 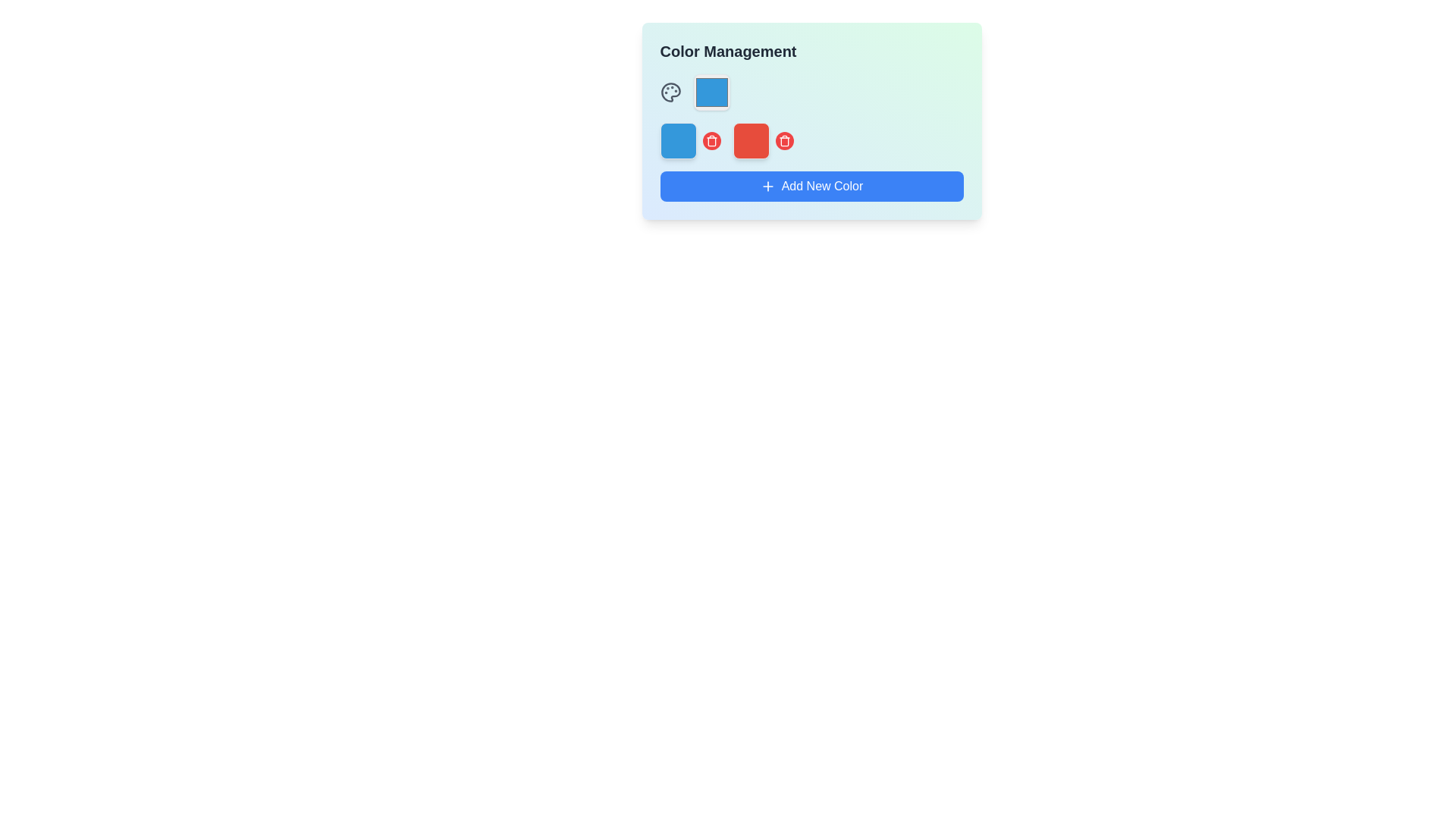 I want to click on the small painter's palette icon located in the leftmost position of the horizontal row within the 'Color Management' interface box, so click(x=670, y=93).